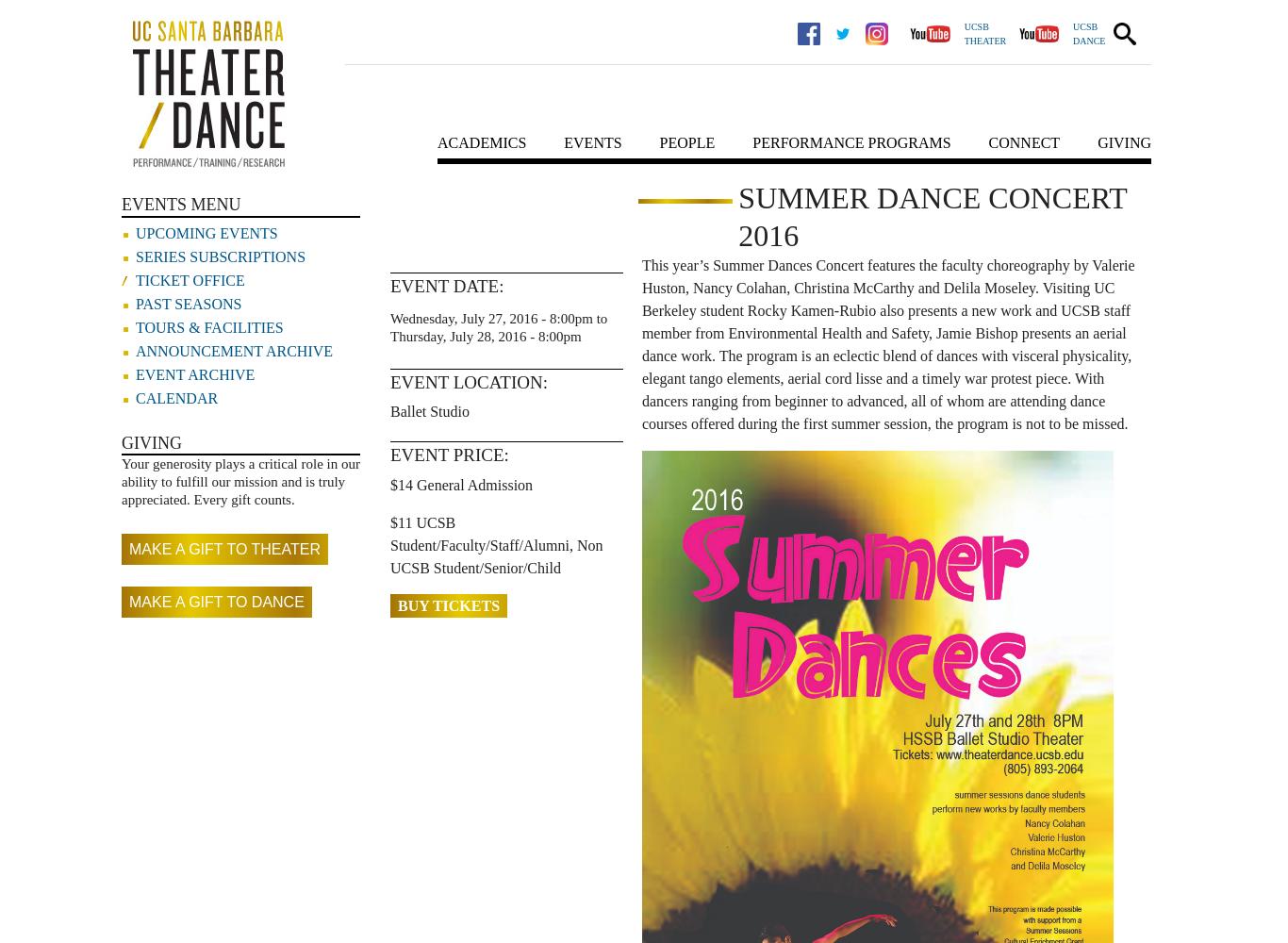 This screenshot has width=1288, height=943. Describe the element at coordinates (686, 142) in the screenshot. I see `'People'` at that location.